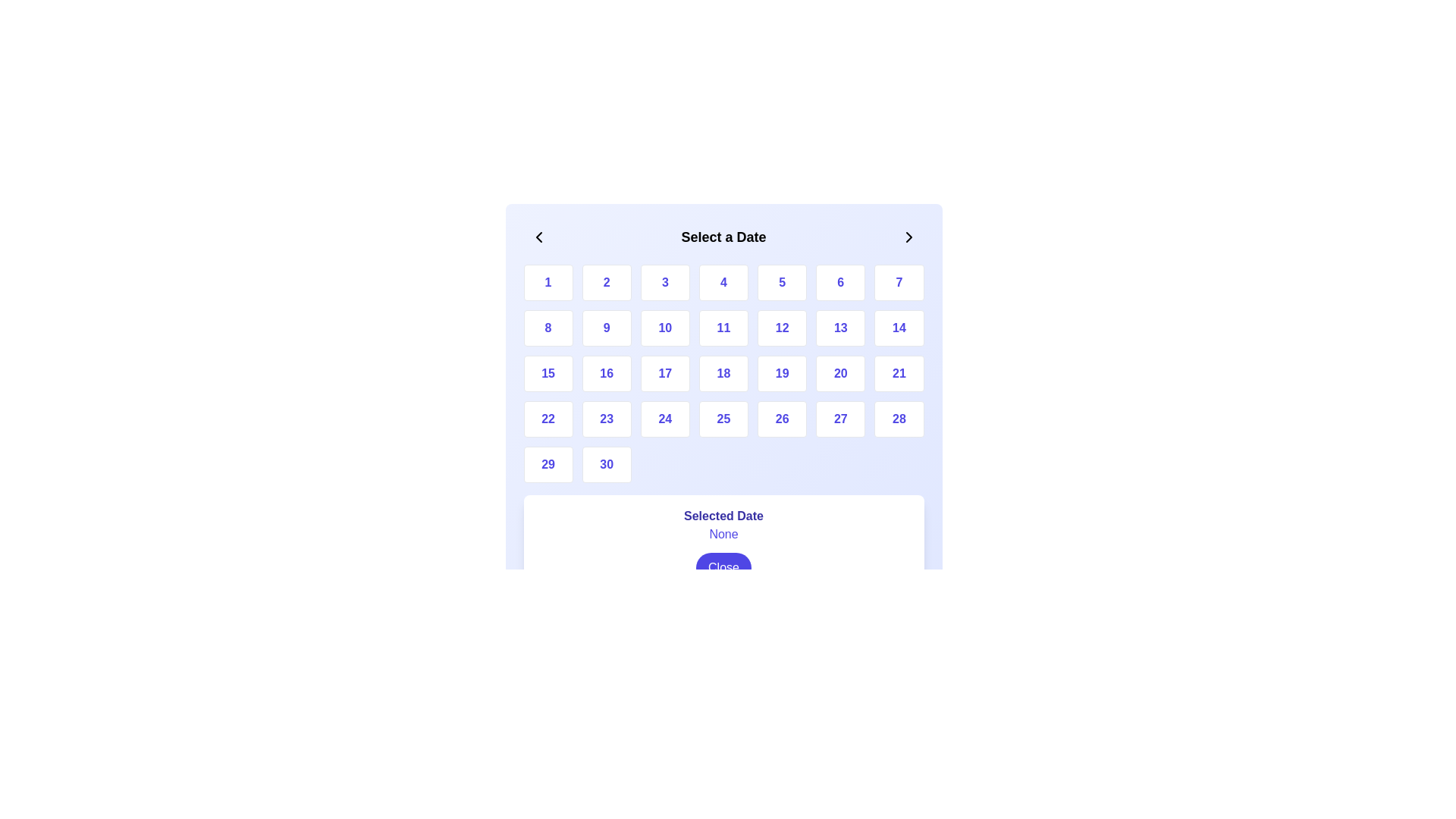 The height and width of the screenshot is (819, 1456). Describe the element at coordinates (908, 237) in the screenshot. I see `the navigation button in the top-right corner of the date selection interface to move forward to the next set of dates or month` at that location.